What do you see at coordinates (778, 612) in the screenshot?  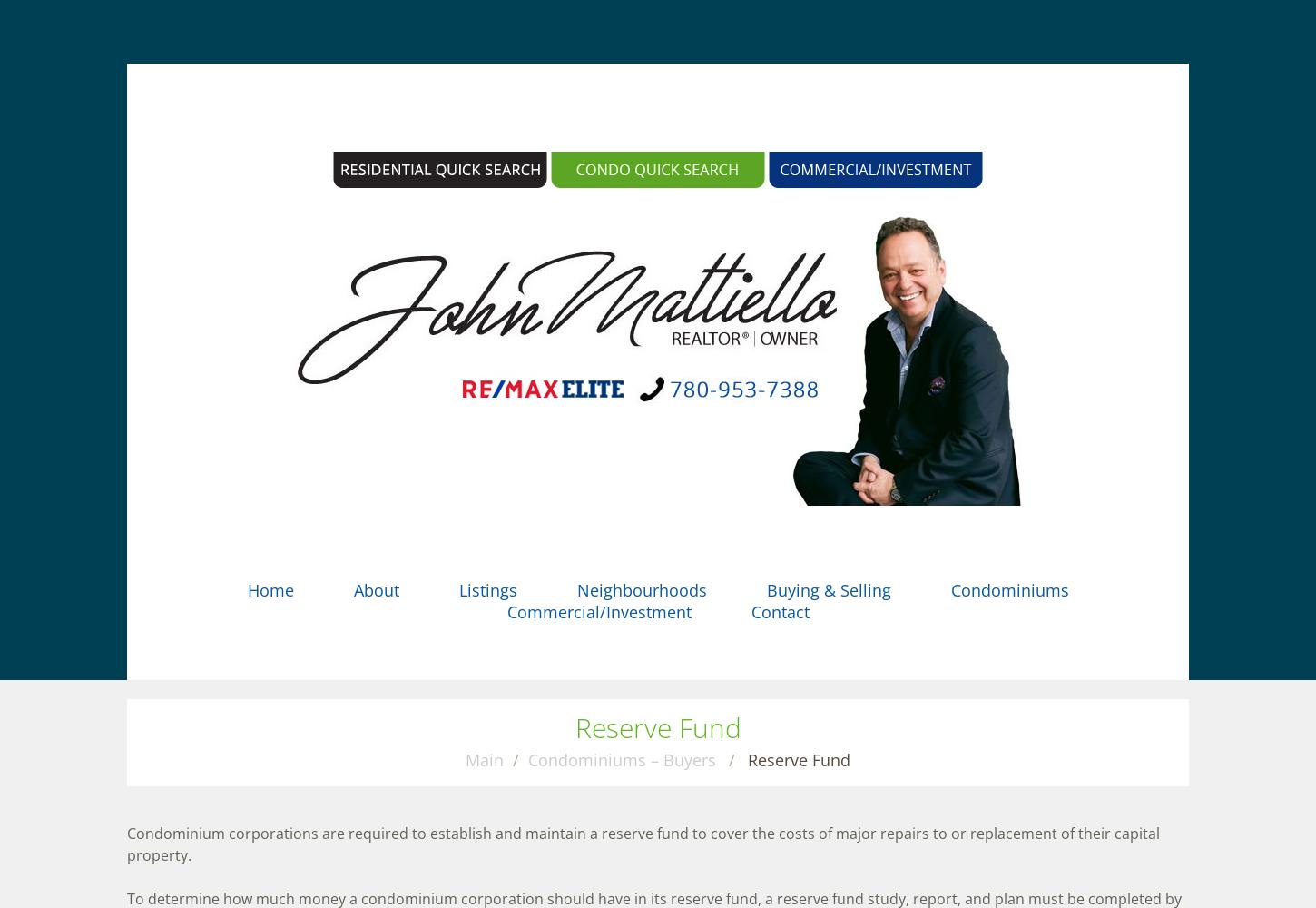 I see `'Contact'` at bounding box center [778, 612].